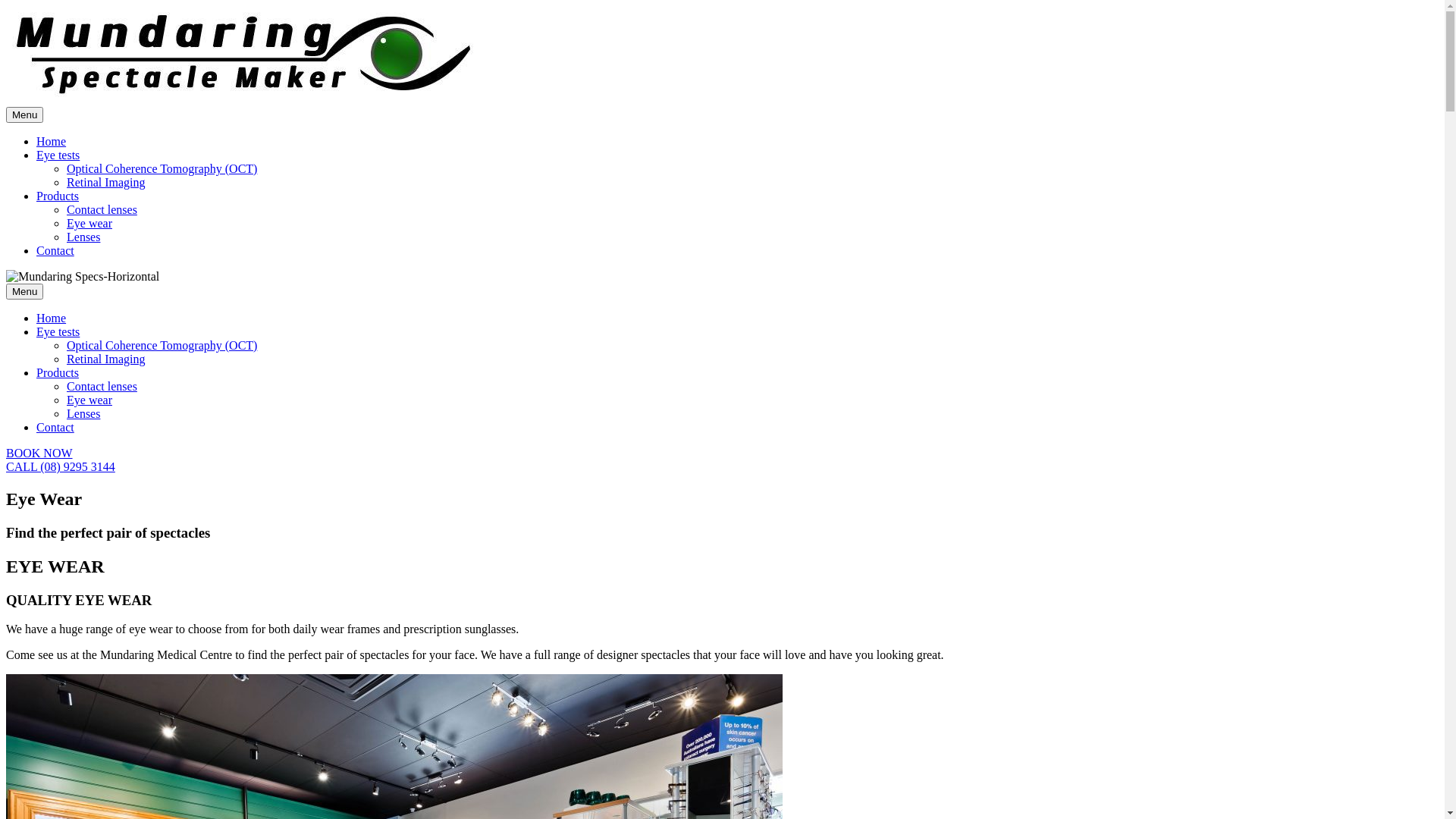 The image size is (1456, 819). Describe the element at coordinates (39, 452) in the screenshot. I see `'BOOK NOW'` at that location.